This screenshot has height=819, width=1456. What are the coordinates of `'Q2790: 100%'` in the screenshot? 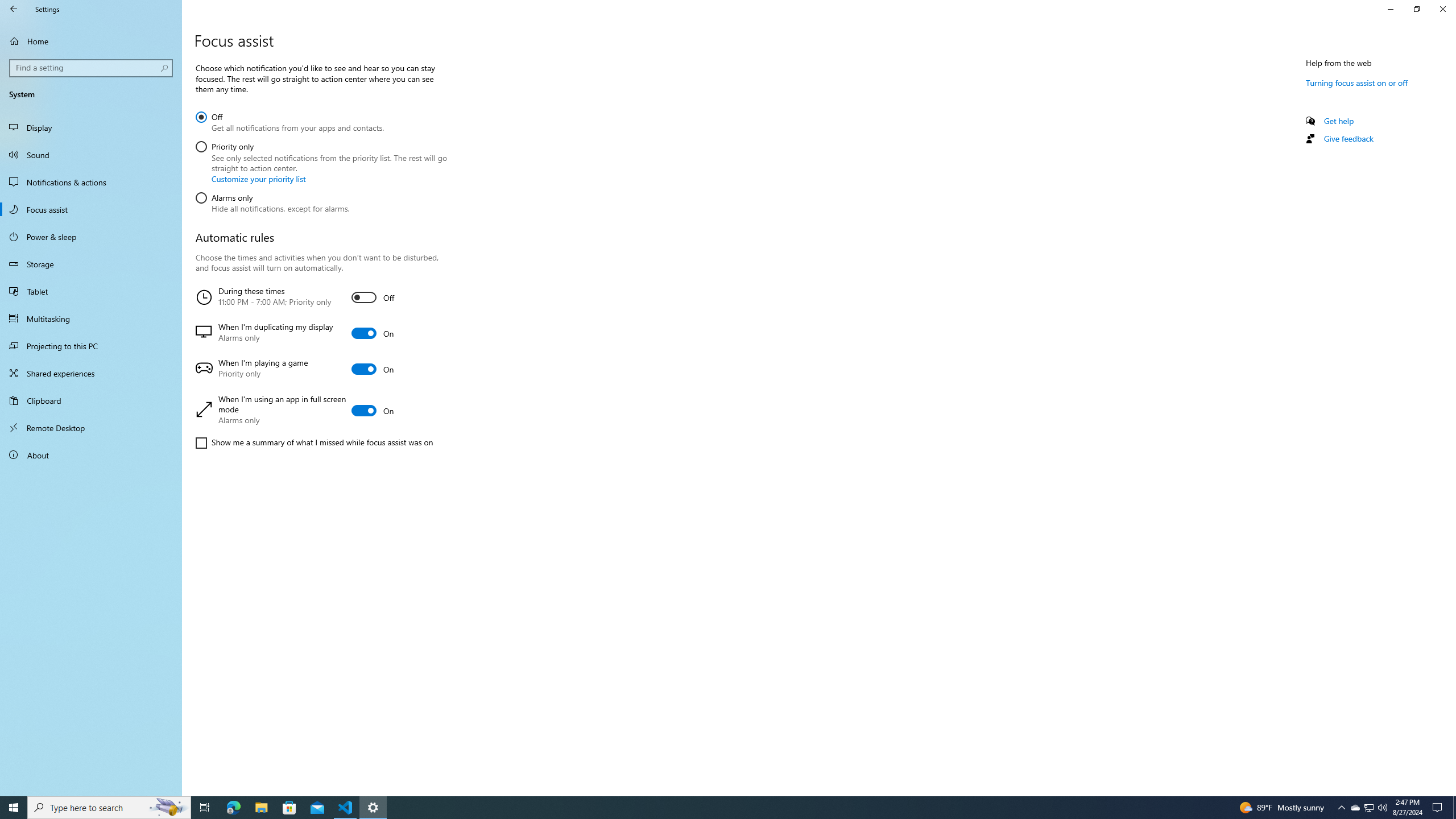 It's located at (1381, 806).